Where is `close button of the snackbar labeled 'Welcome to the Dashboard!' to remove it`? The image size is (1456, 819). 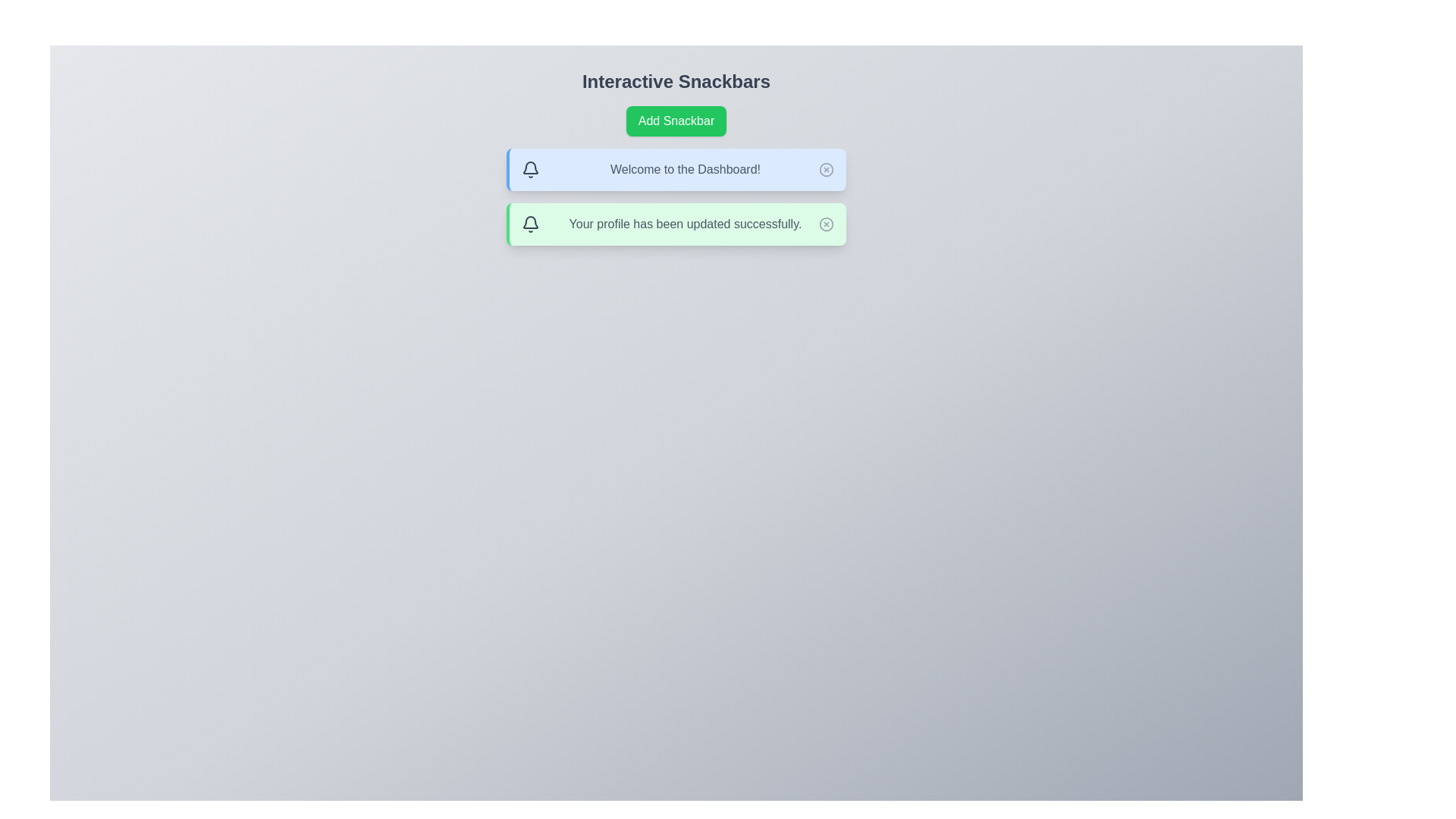
close button of the snackbar labeled 'Welcome to the Dashboard!' to remove it is located at coordinates (825, 169).